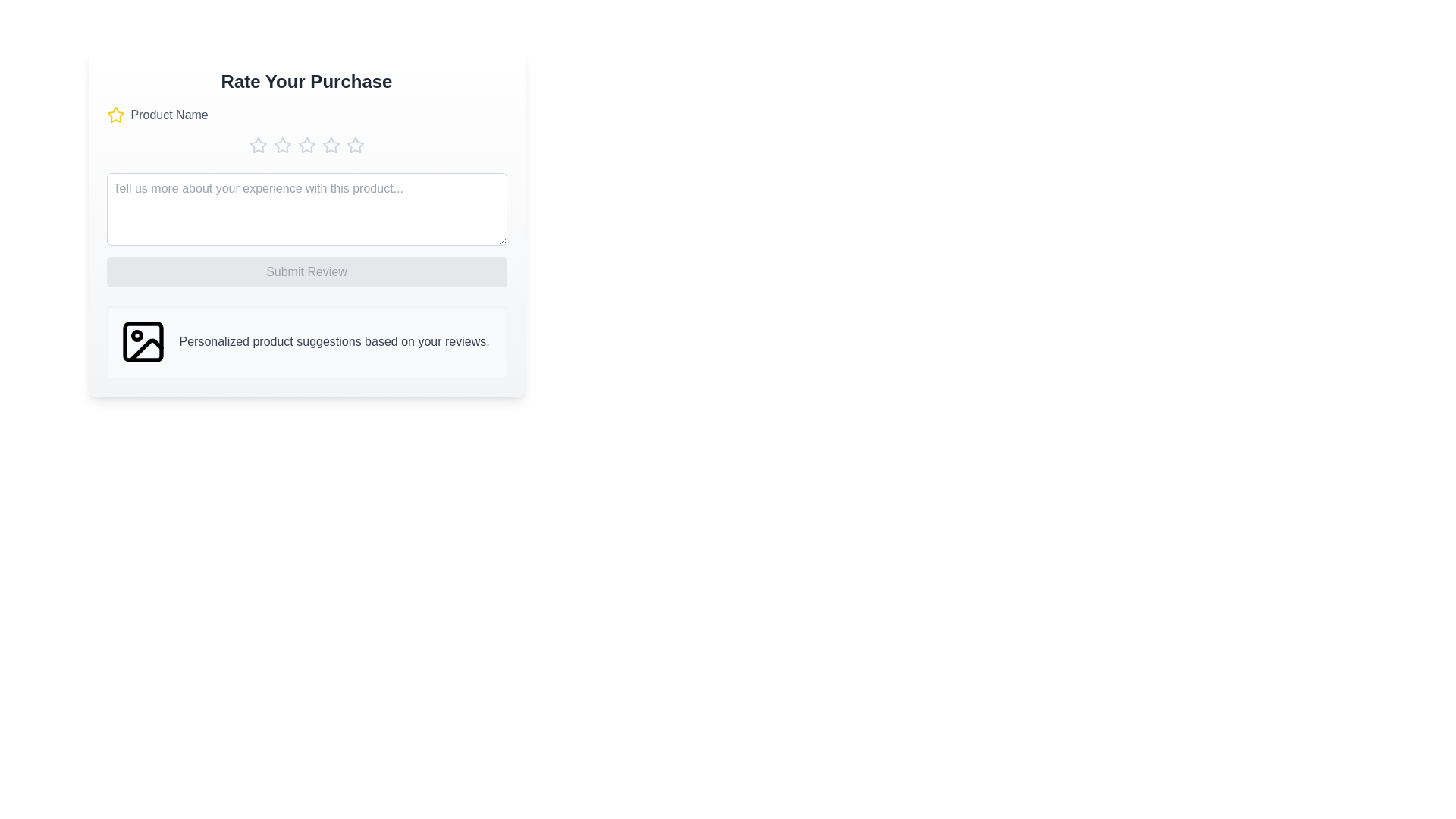 This screenshot has width=1456, height=819. I want to click on the star corresponding to the rating 3, so click(306, 146).